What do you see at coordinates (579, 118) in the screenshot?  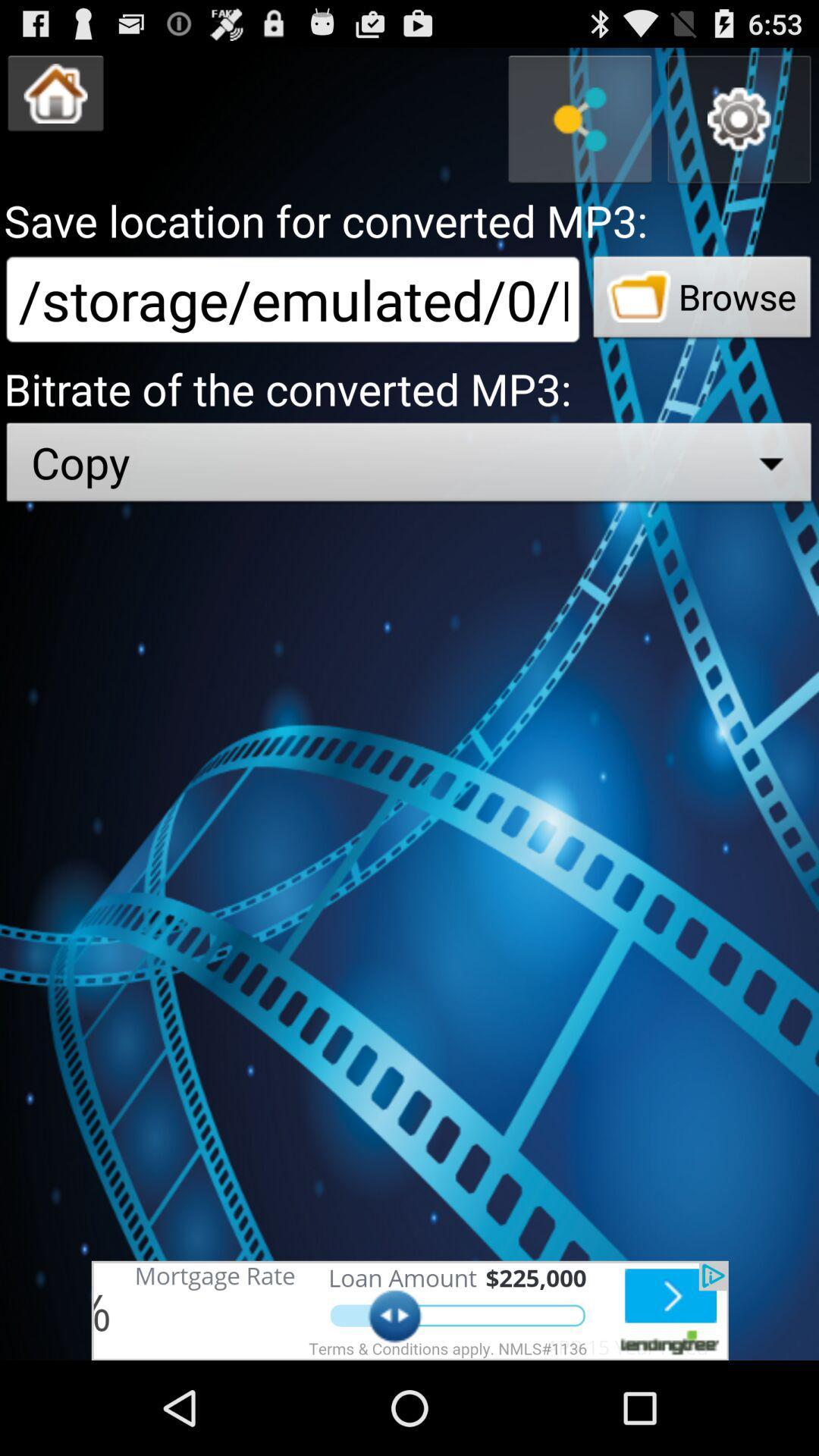 I see `share mp3` at bounding box center [579, 118].